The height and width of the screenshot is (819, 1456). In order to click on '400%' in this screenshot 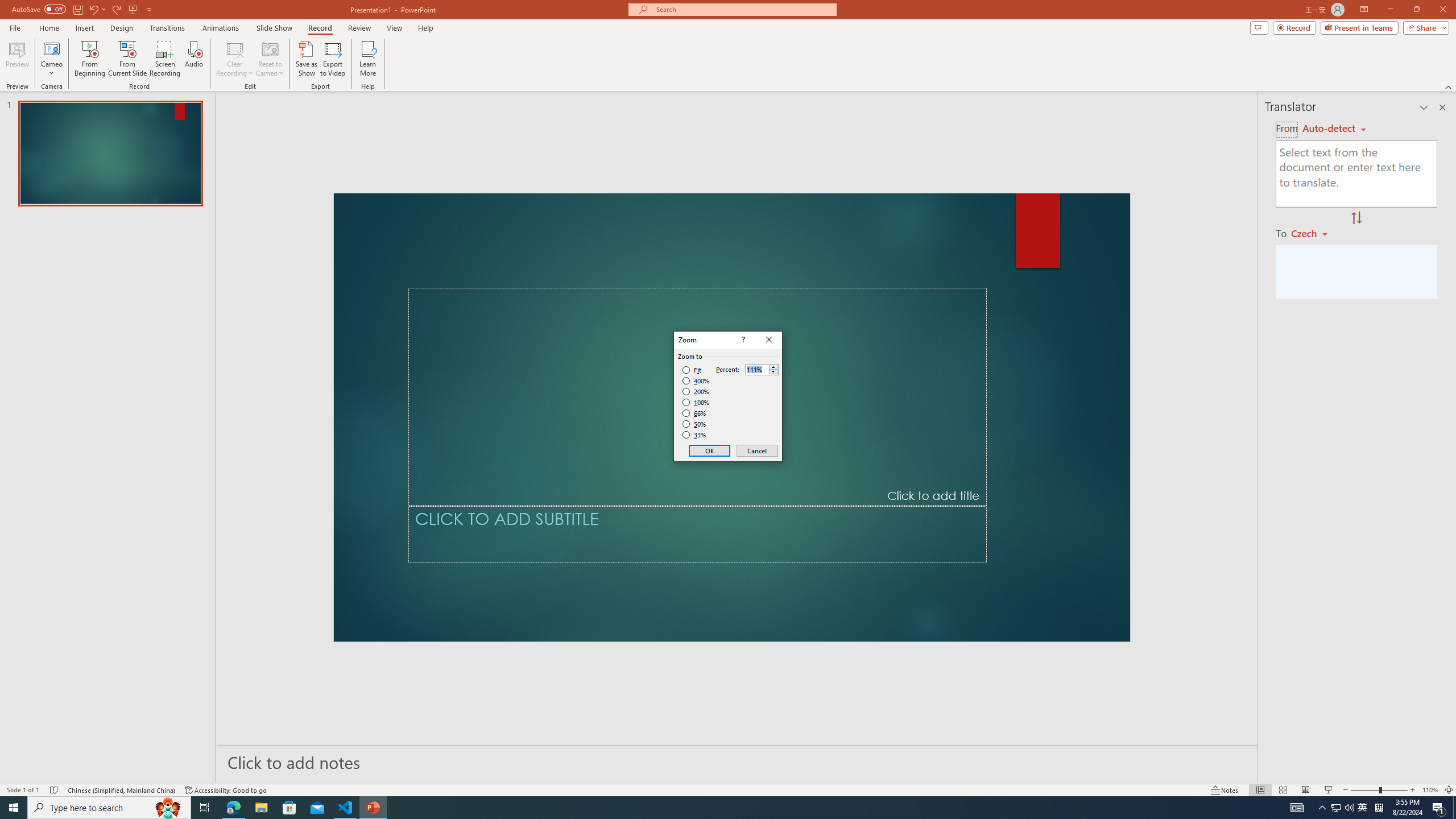, I will do `click(696, 381)`.